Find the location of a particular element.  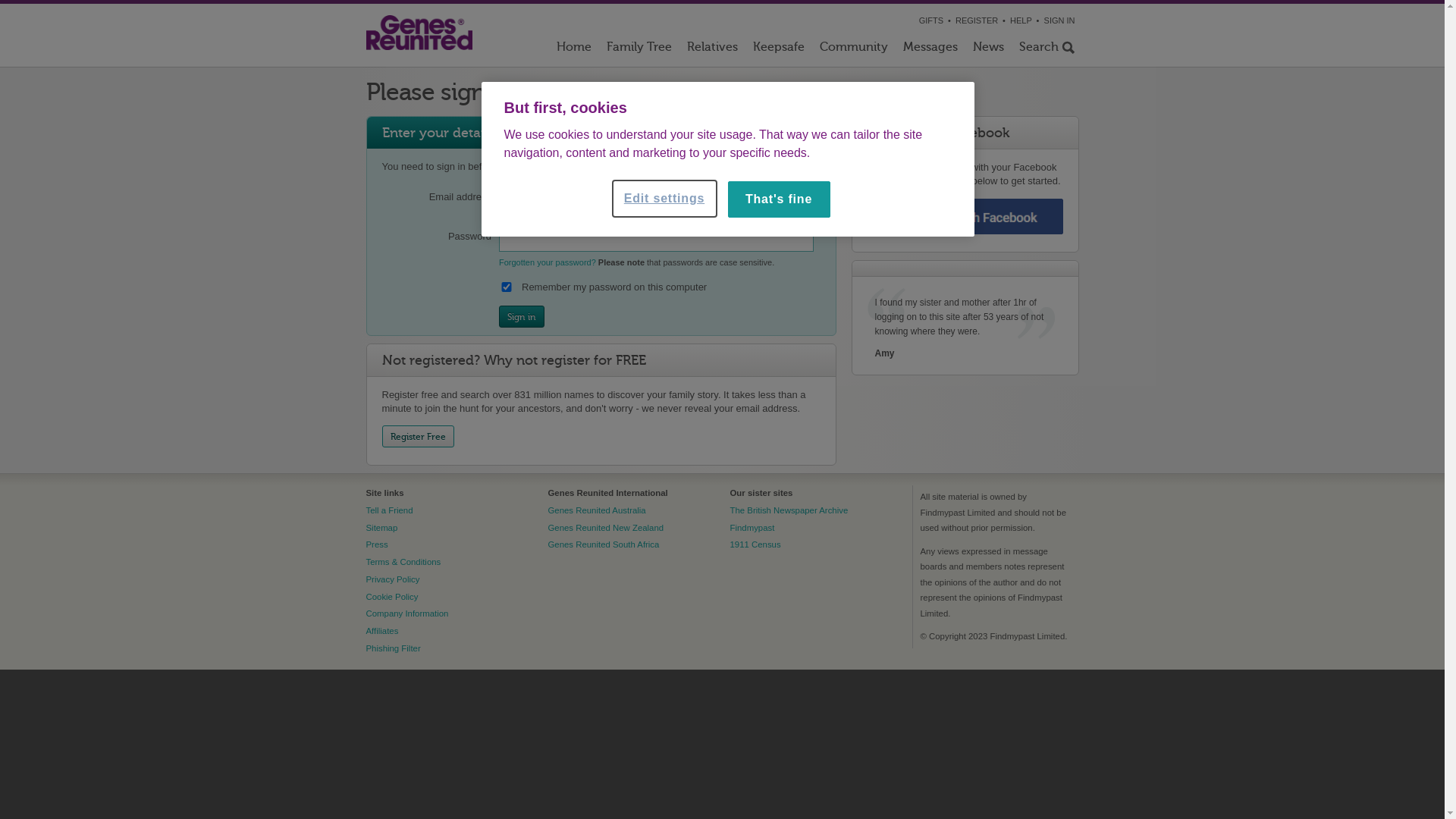

'That's fine' is located at coordinates (779, 198).